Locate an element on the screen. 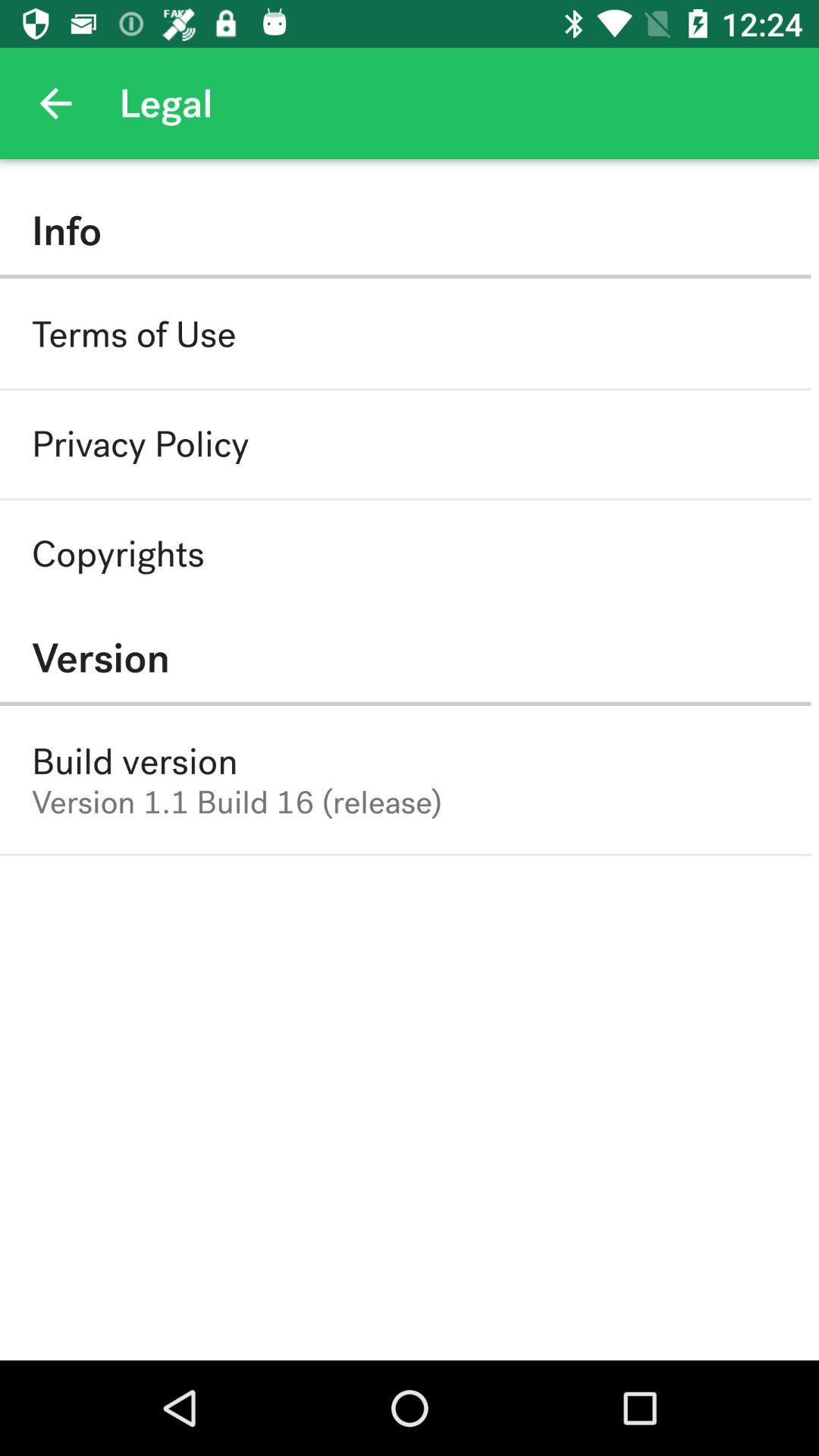 Image resolution: width=819 pixels, height=1456 pixels. the privacy policy is located at coordinates (140, 444).